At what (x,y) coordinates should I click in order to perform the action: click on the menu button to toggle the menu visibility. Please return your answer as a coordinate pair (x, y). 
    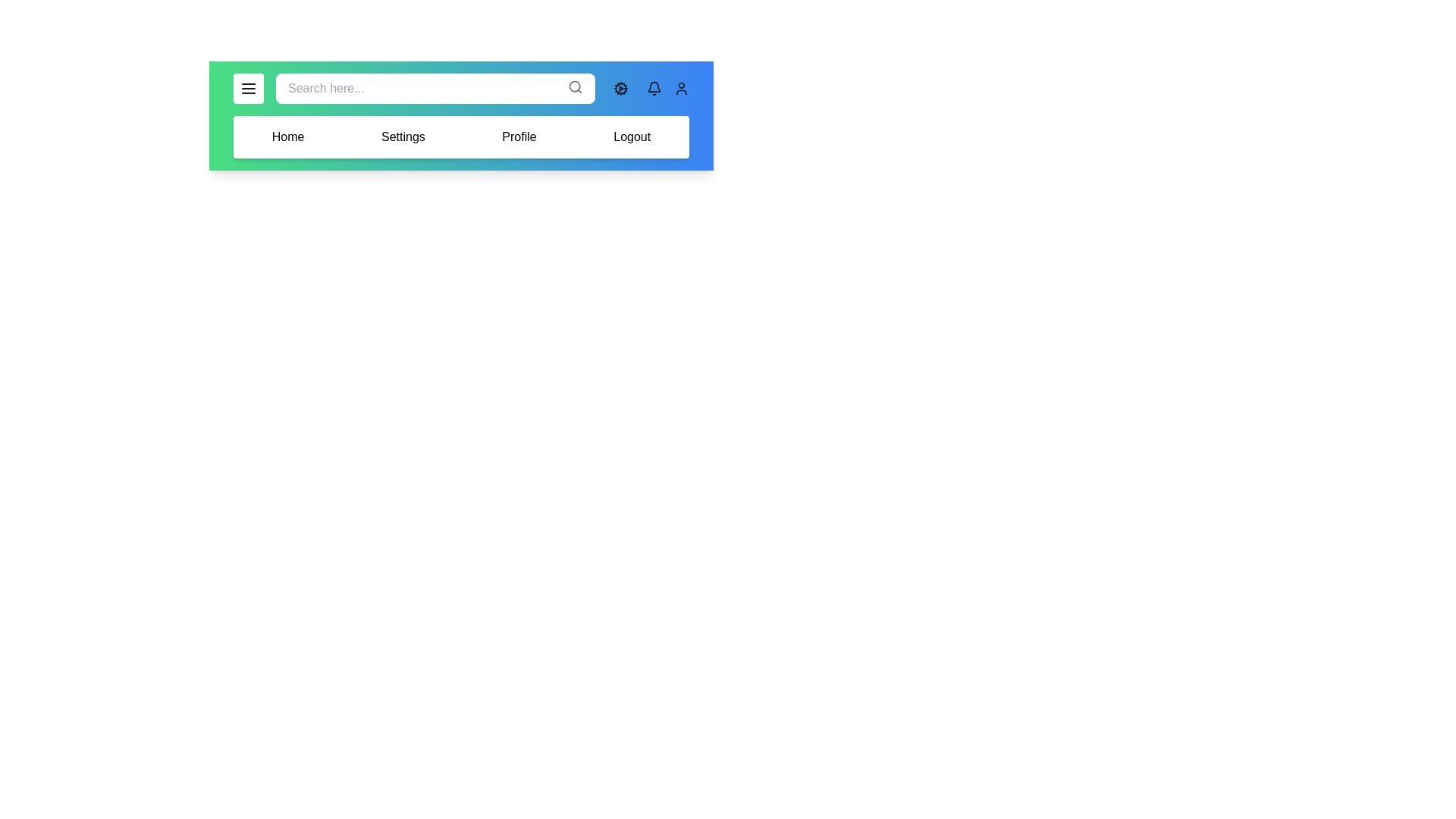
    Looking at the image, I should click on (248, 88).